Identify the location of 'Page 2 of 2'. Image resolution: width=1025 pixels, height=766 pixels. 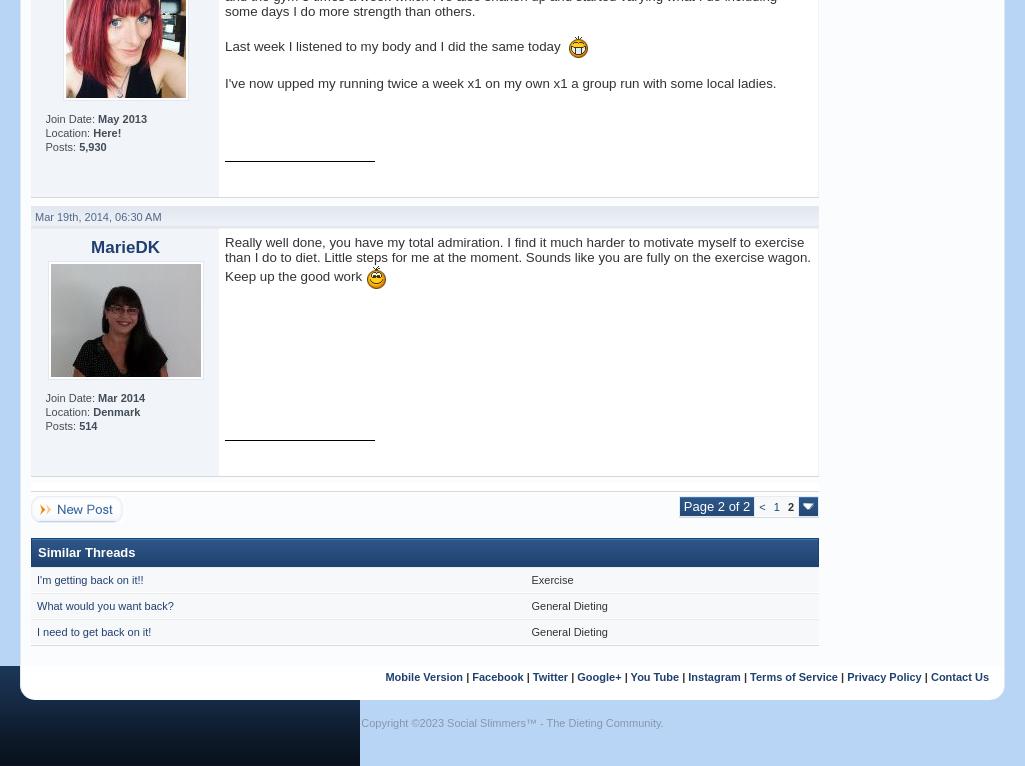
(715, 506).